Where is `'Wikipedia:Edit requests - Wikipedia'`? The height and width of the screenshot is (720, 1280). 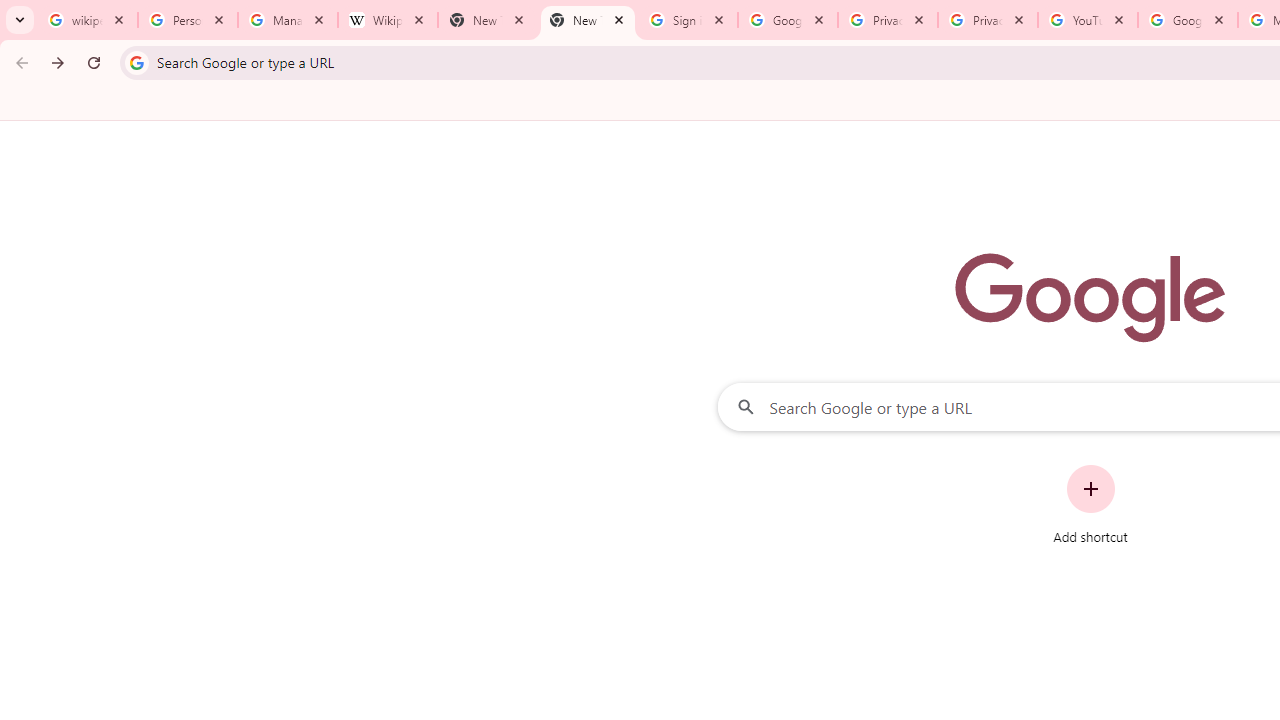 'Wikipedia:Edit requests - Wikipedia' is located at coordinates (387, 20).